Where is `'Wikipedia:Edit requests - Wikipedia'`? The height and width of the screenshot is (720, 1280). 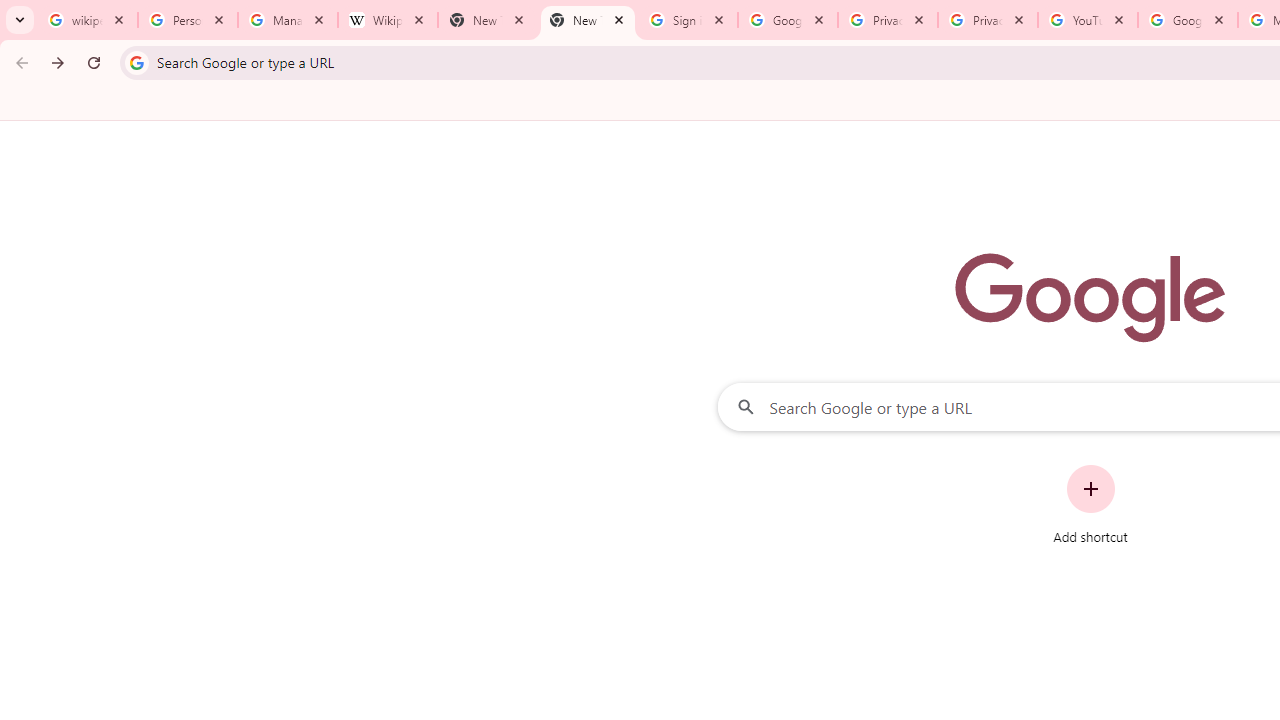 'Wikipedia:Edit requests - Wikipedia' is located at coordinates (387, 20).